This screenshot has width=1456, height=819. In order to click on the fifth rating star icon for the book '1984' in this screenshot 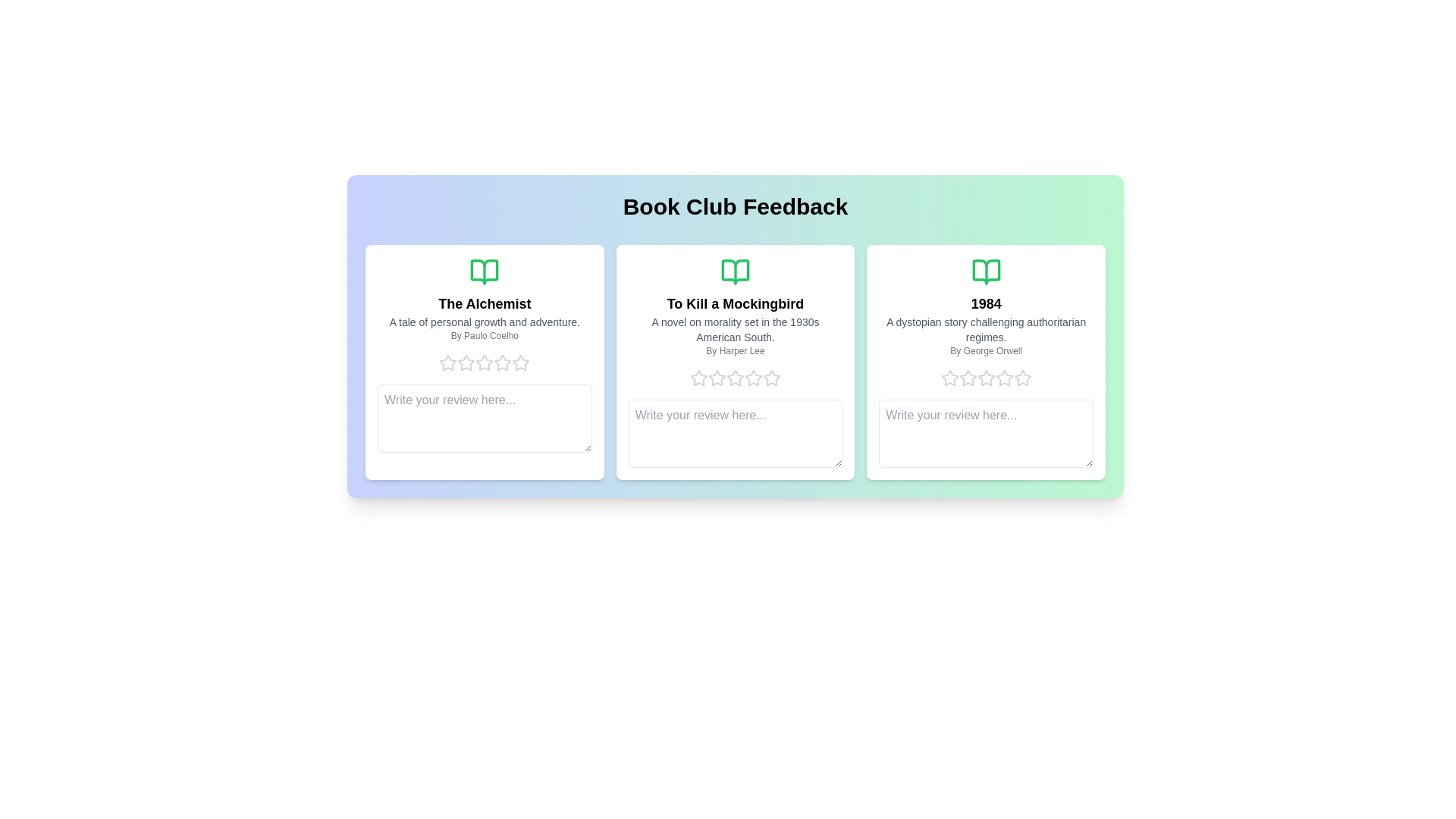, I will do `click(1022, 377)`.